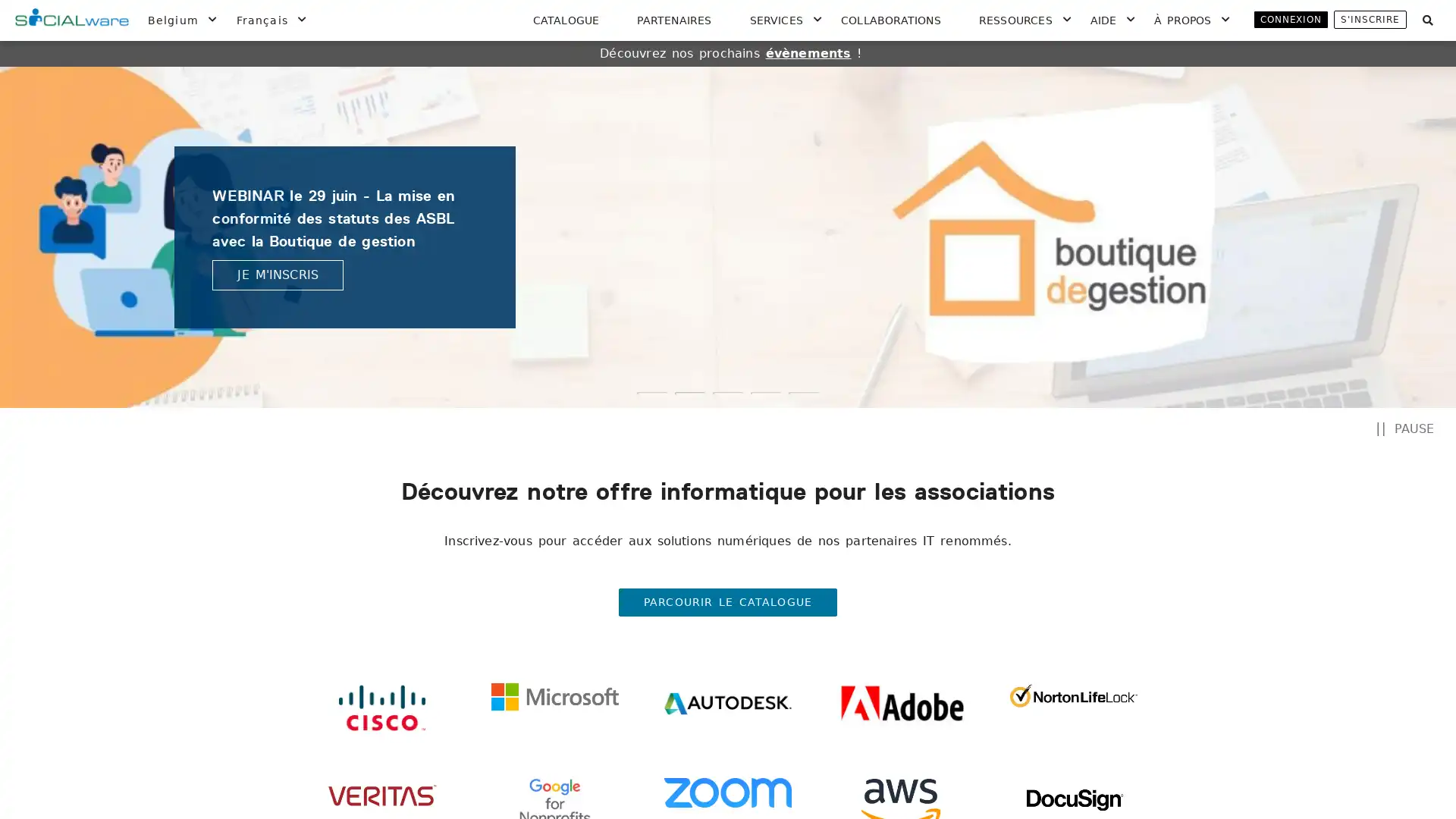 This screenshot has width=1456, height=819. Describe the element at coordinates (1404, 429) in the screenshot. I see `PAUSE` at that location.